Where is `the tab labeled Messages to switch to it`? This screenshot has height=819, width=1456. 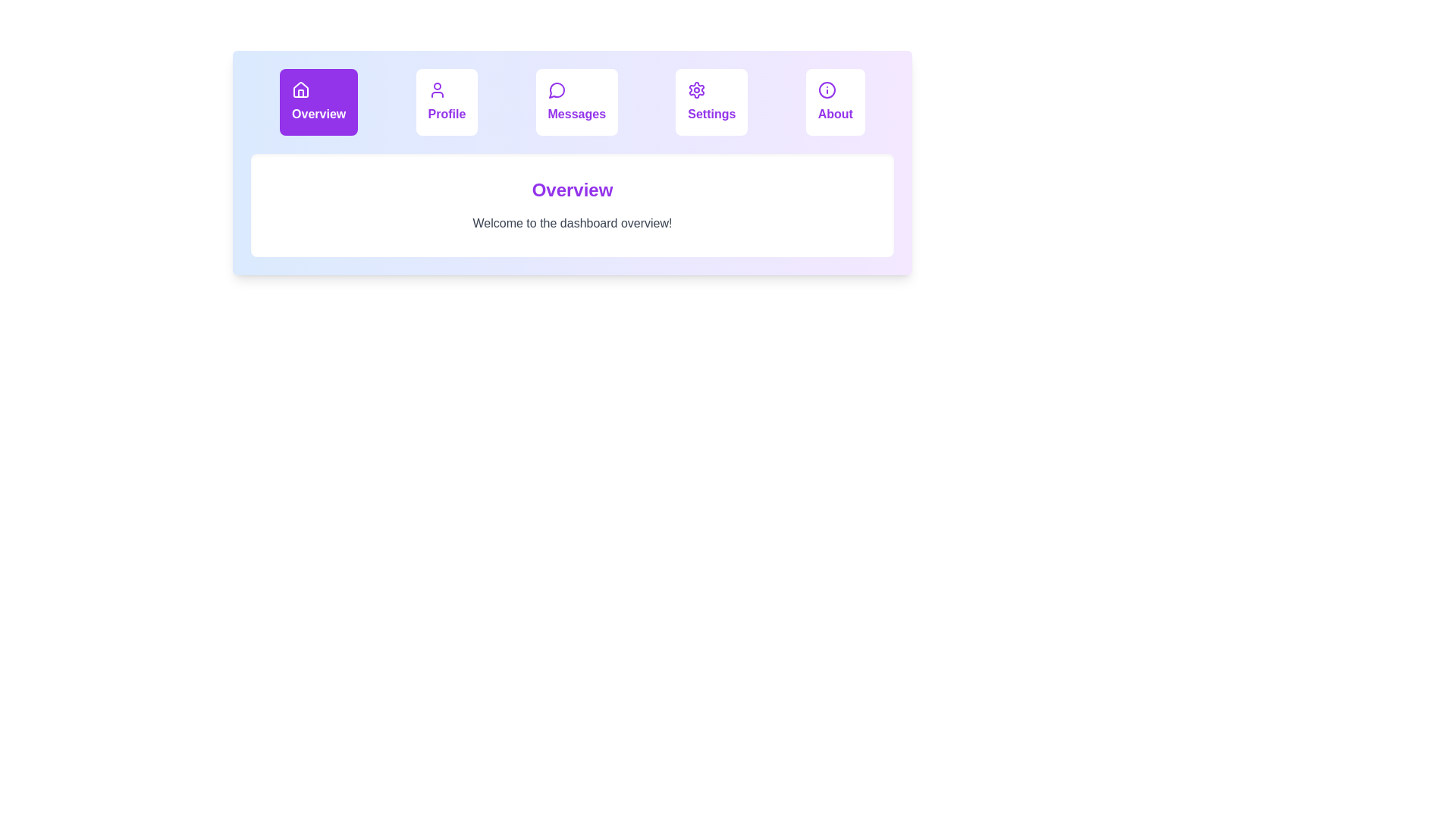
the tab labeled Messages to switch to it is located at coordinates (576, 102).